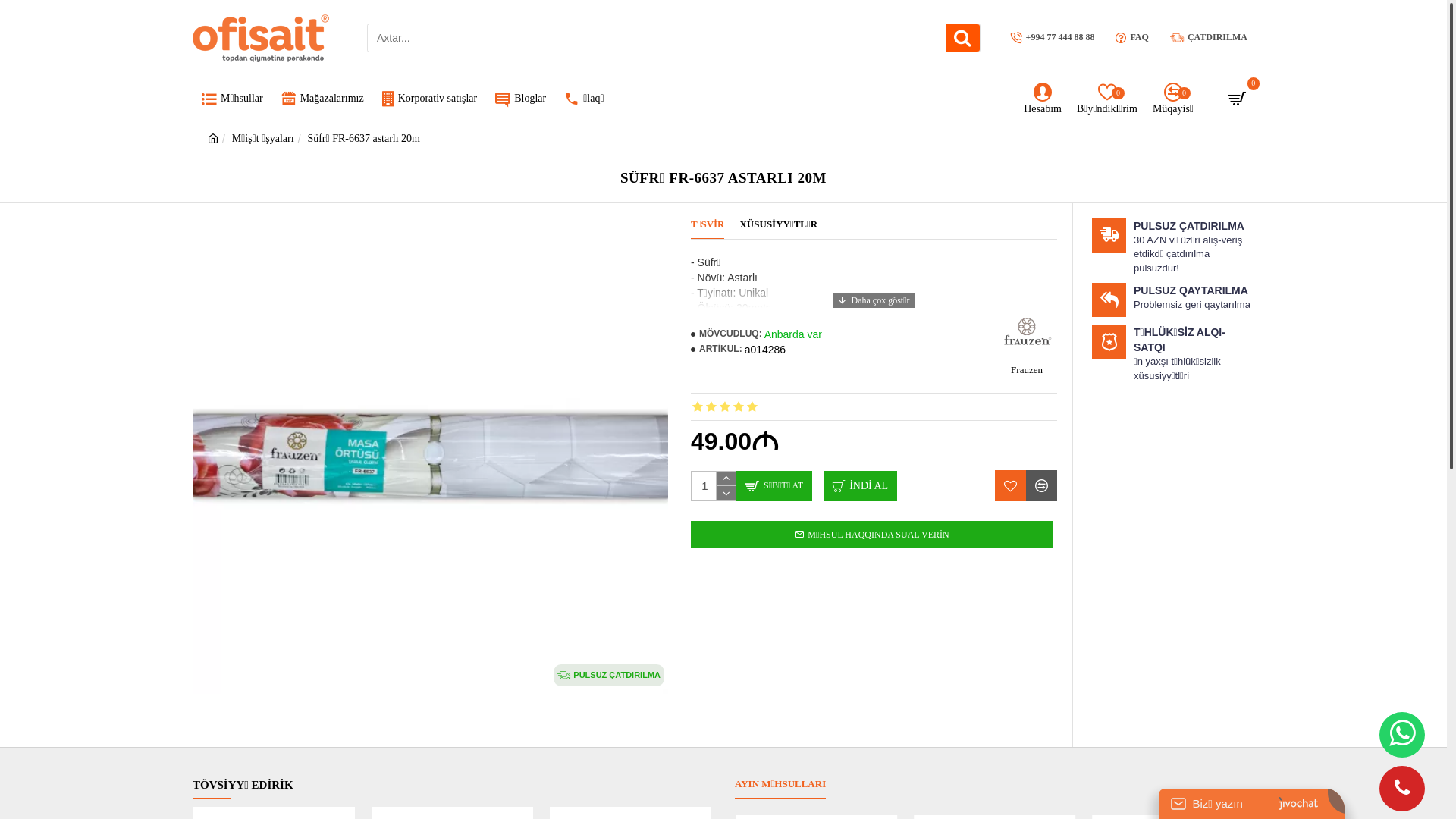  What do you see at coordinates (1238, 99) in the screenshot?
I see `'0'` at bounding box center [1238, 99].